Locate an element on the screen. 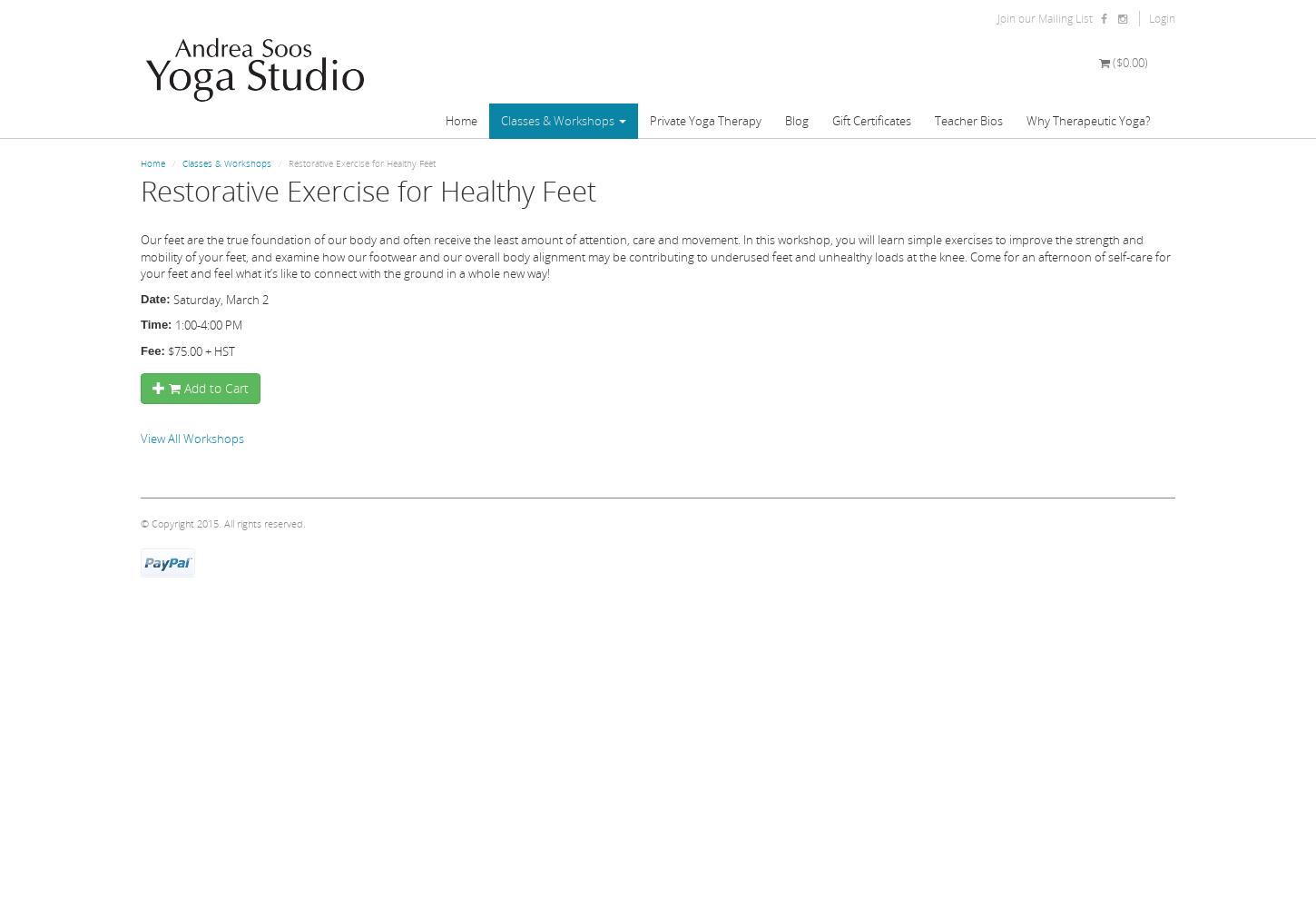  '-' is located at coordinates (142, 18).